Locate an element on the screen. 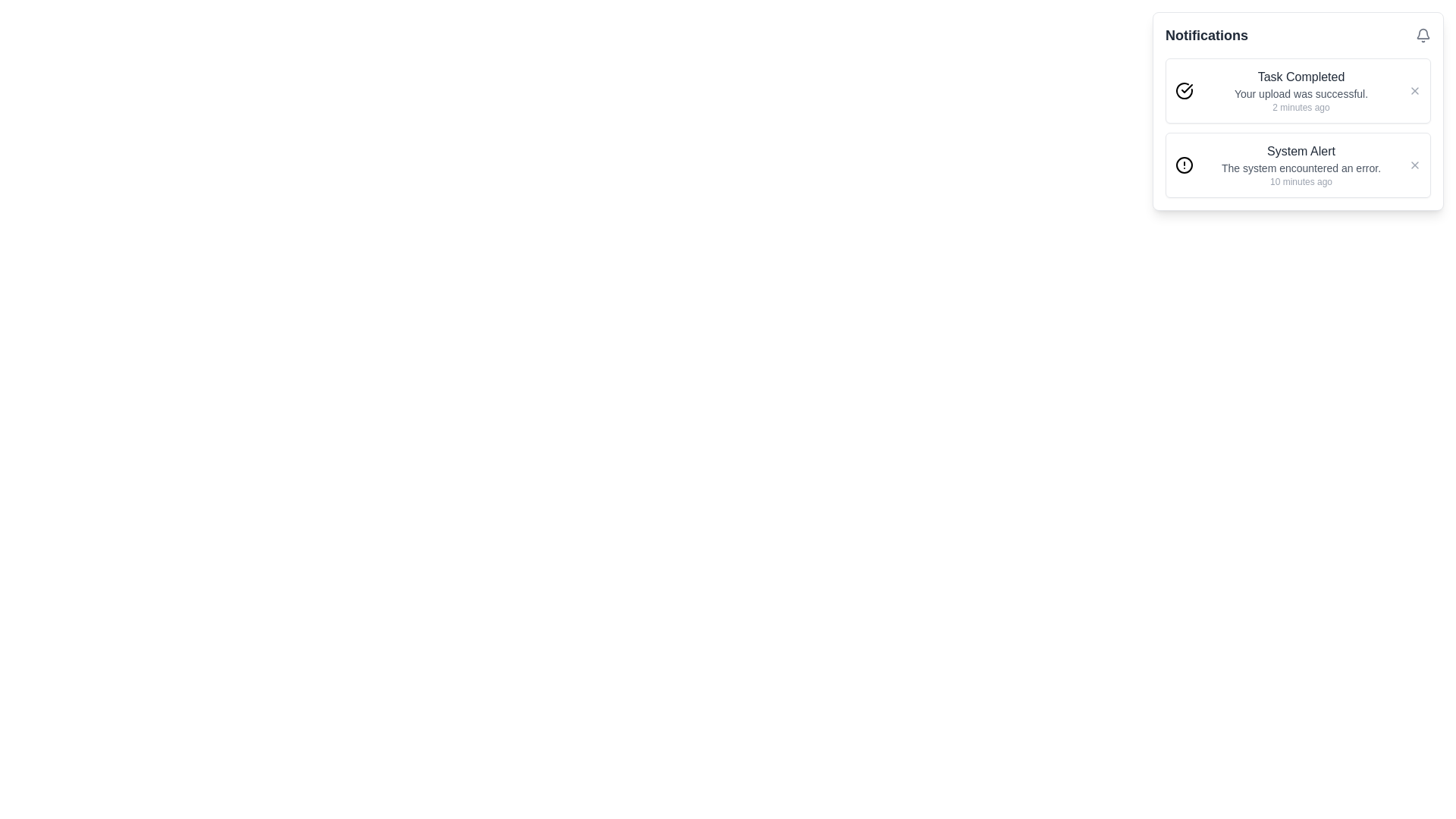  the close icon button located at the top-right corner of the notification card that dismisses the notification with the text 'Task Completed' is located at coordinates (1414, 90).